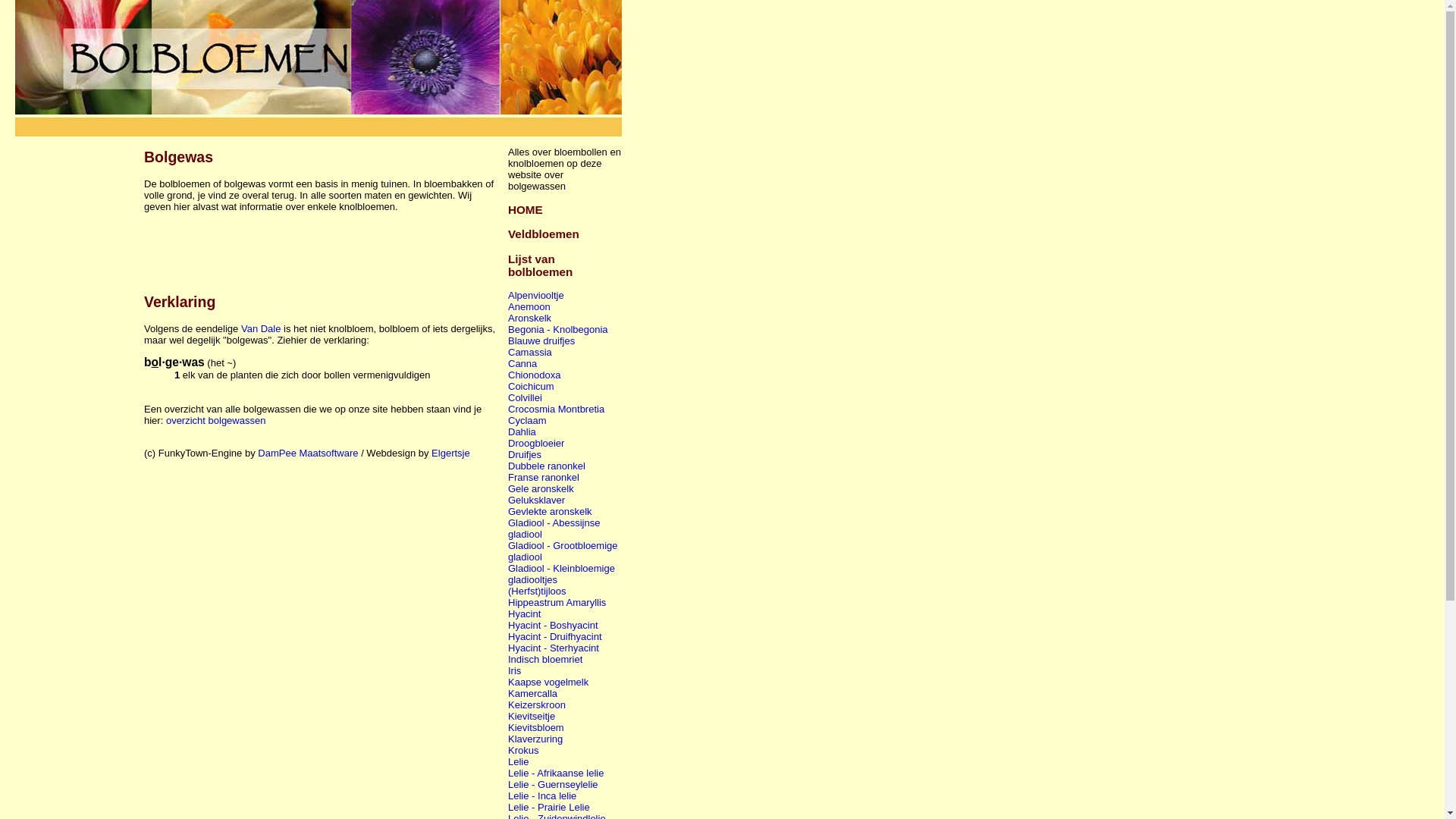 The image size is (1456, 819). I want to click on 'Droogbloeier', so click(535, 443).